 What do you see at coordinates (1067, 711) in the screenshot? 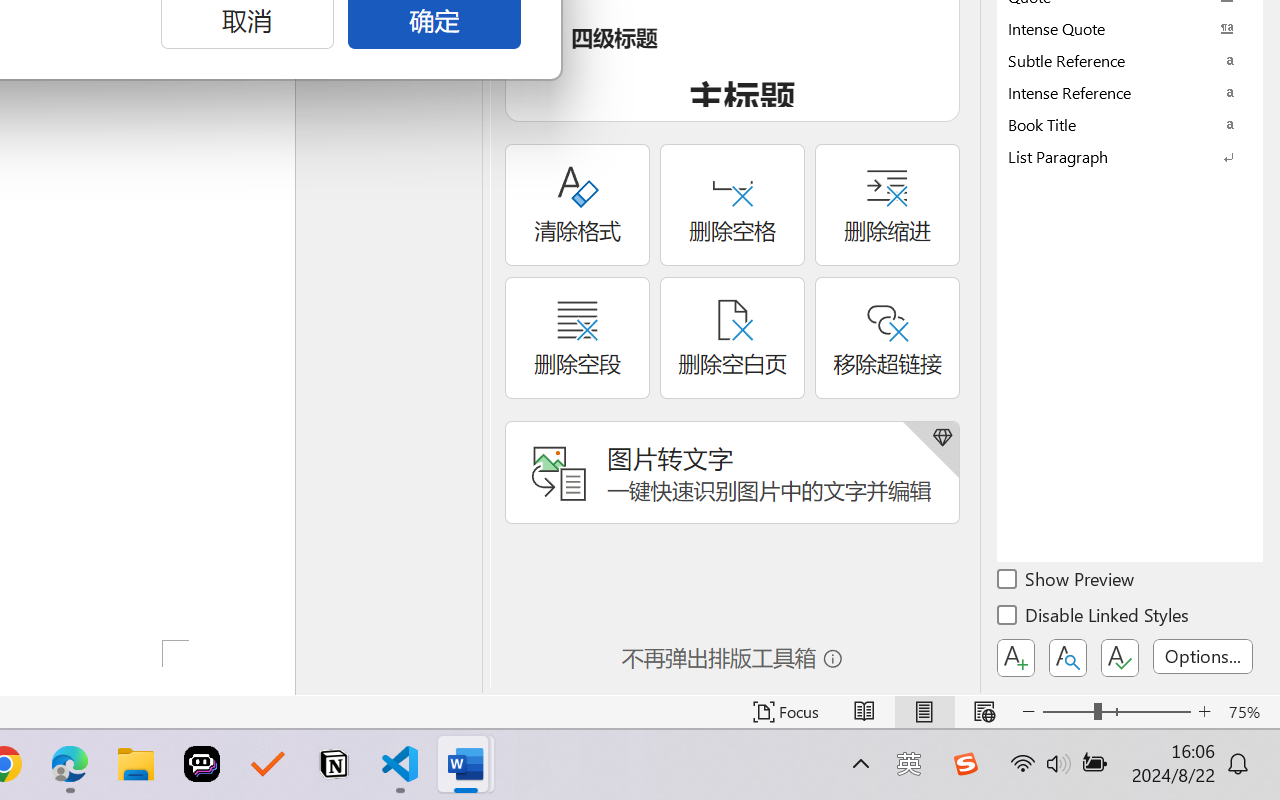
I see `'Zoom Out'` at bounding box center [1067, 711].